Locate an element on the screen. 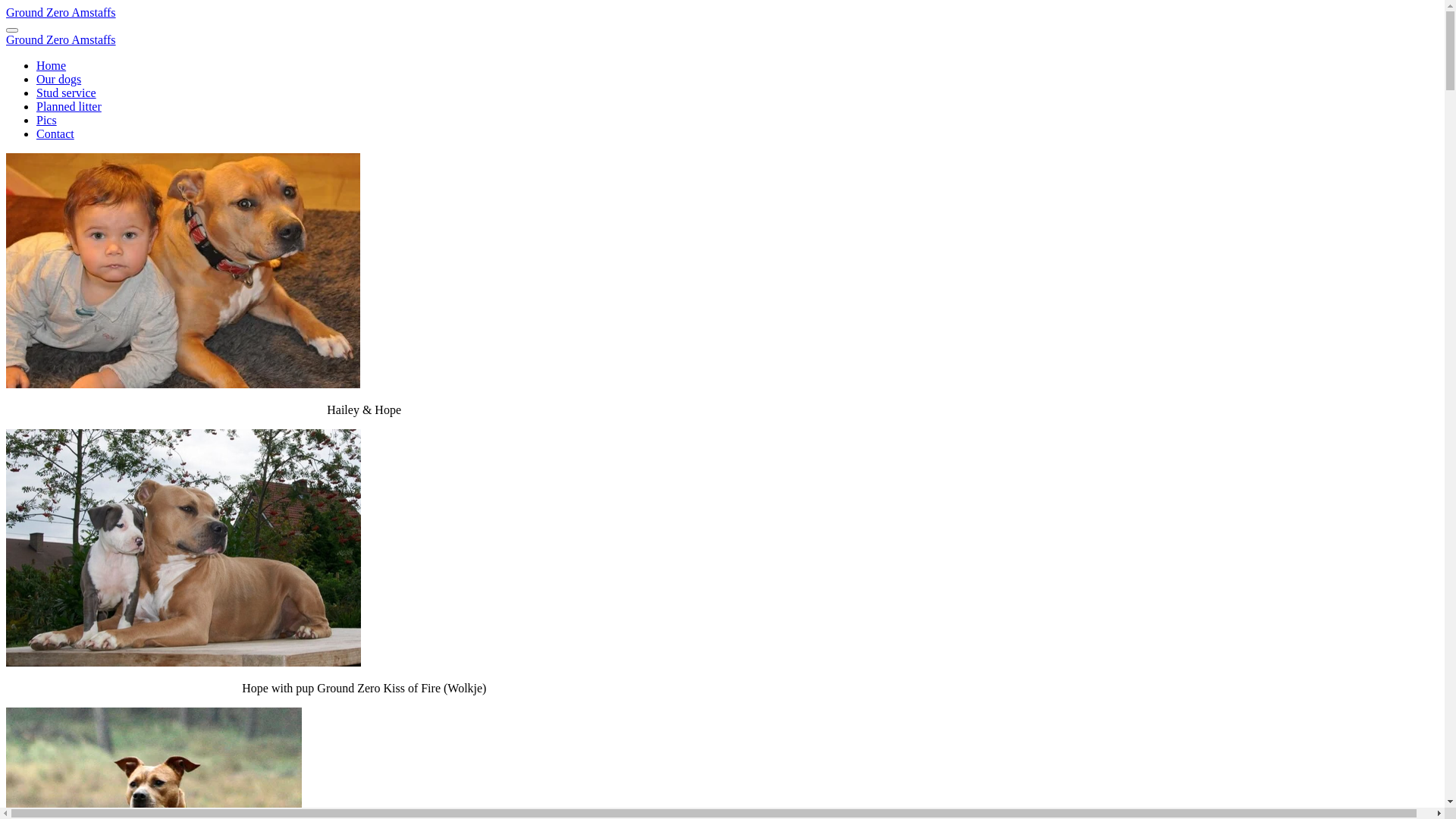 The height and width of the screenshot is (819, 1456). 'Ground Zero Amstaffs' is located at coordinates (6, 39).